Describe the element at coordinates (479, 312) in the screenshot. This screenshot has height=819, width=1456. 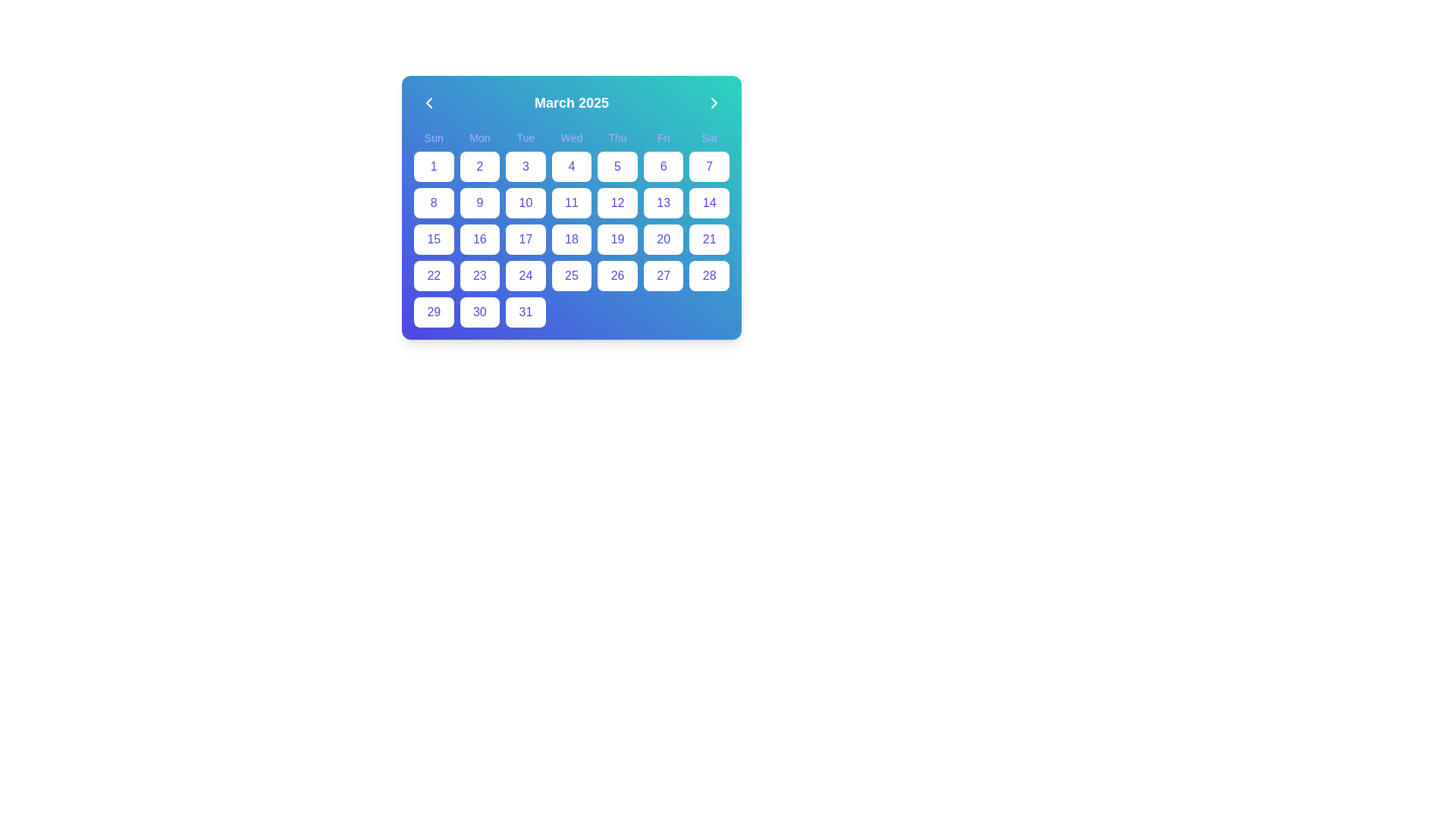
I see `the calendar button located in the bottom row, sixth column for keyboard interaction` at that location.